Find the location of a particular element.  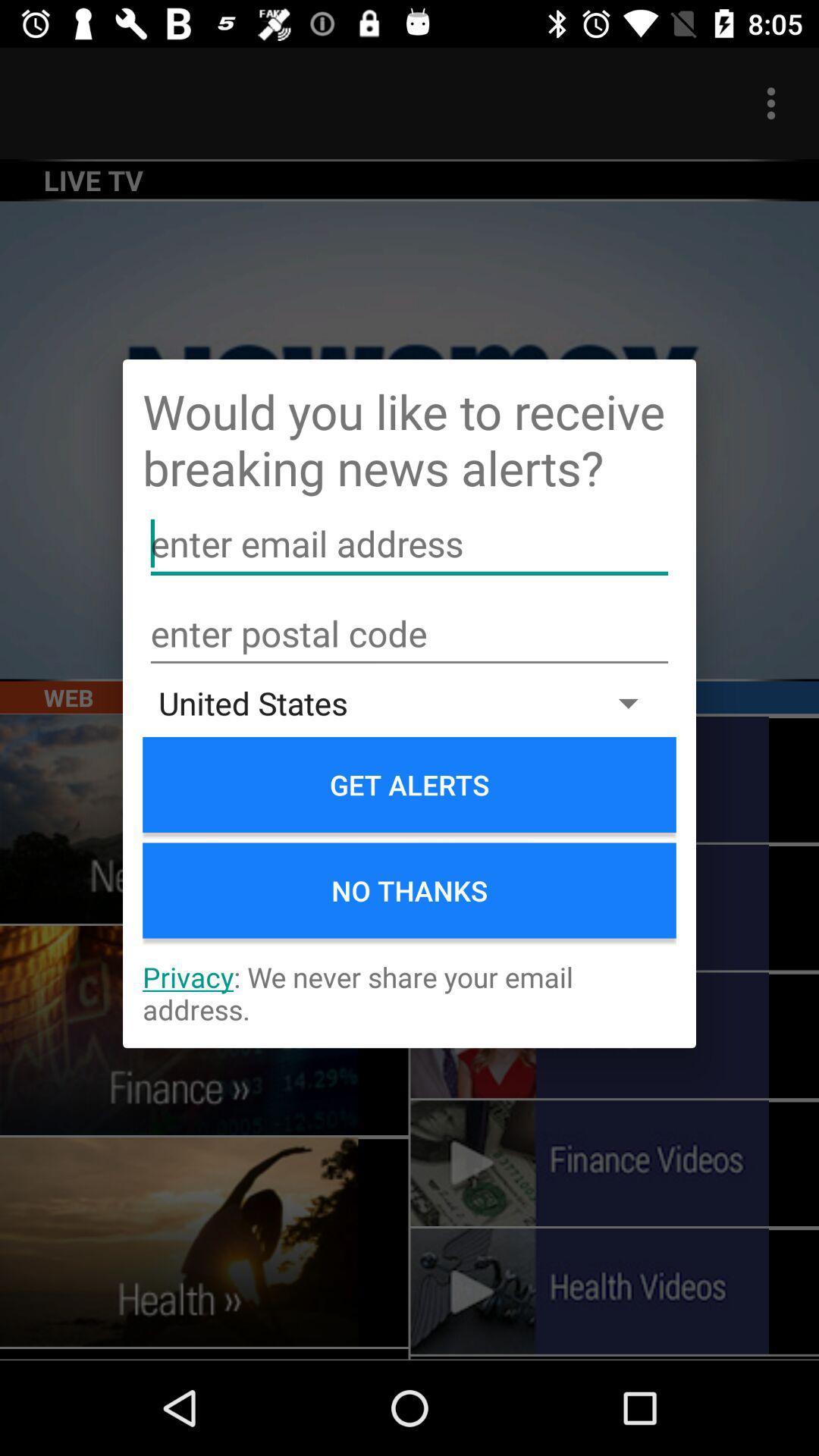

enters email address is located at coordinates (409, 544).